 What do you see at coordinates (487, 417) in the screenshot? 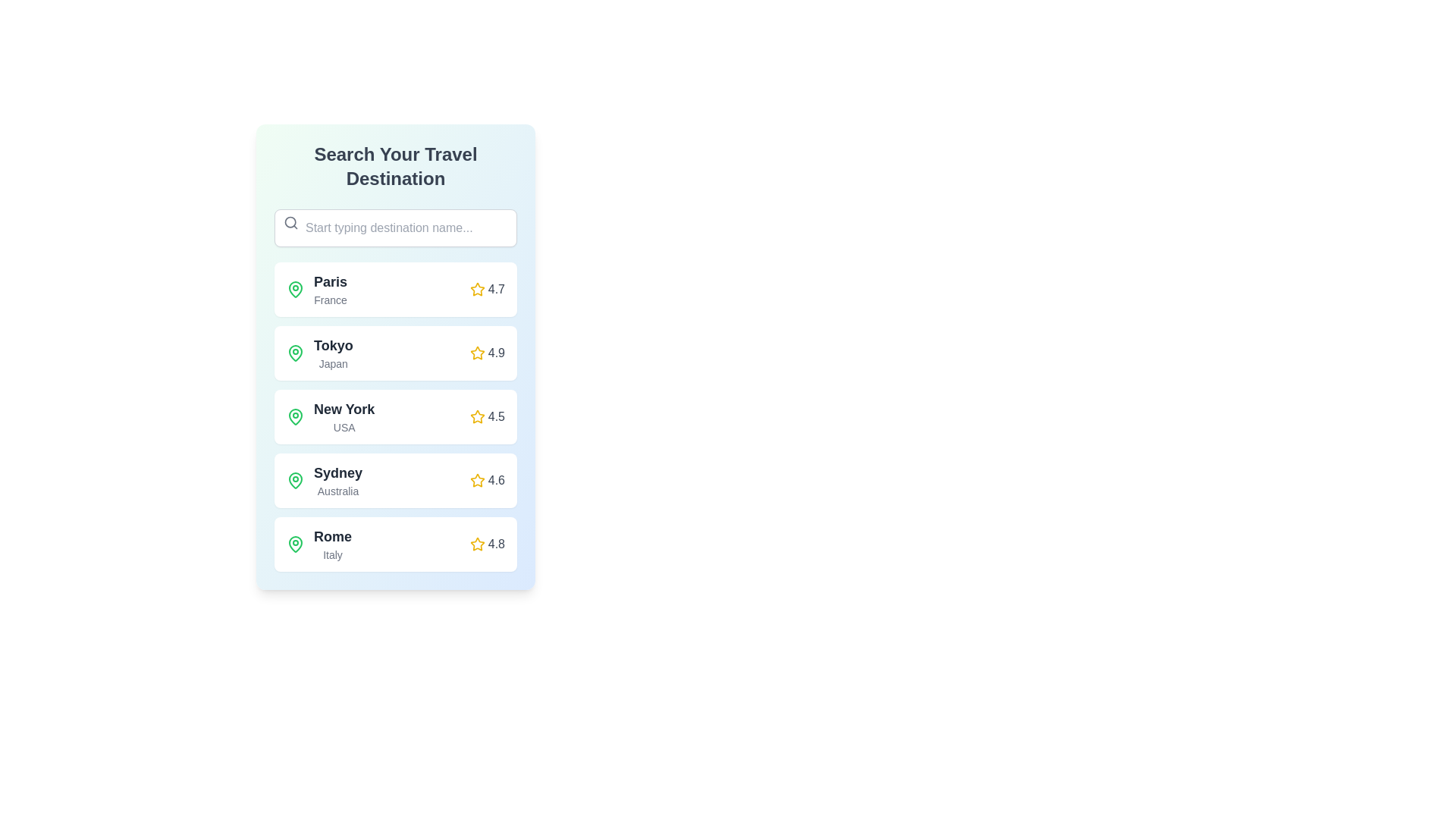
I see `the numeric value '4.5' displayed next to the star icon in the travel destination list for 'New York, USA'` at bounding box center [487, 417].